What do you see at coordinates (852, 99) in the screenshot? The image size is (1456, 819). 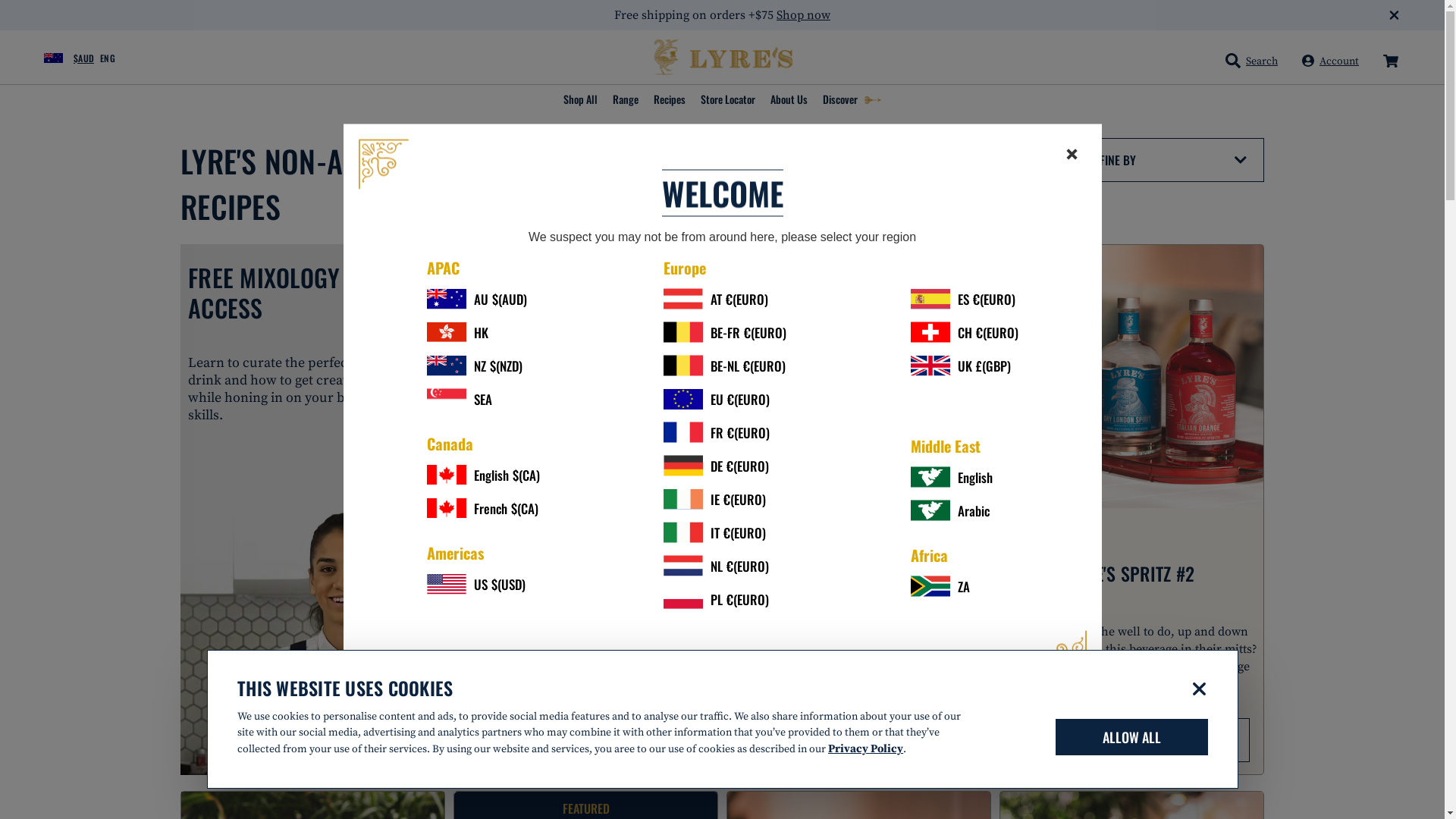 I see `'Discover'` at bounding box center [852, 99].